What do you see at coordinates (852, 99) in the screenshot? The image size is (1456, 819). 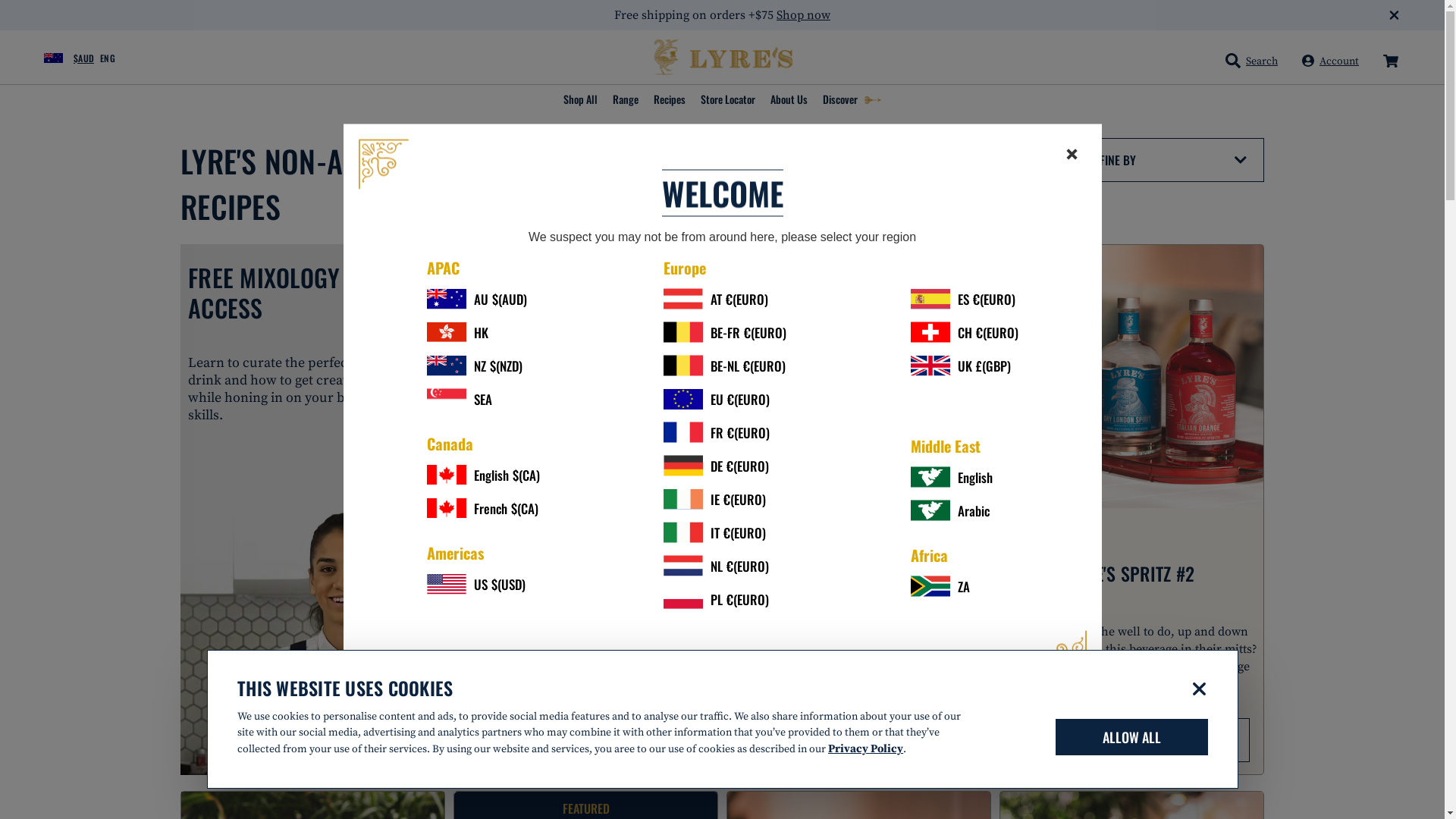 I see `'Discover'` at bounding box center [852, 99].